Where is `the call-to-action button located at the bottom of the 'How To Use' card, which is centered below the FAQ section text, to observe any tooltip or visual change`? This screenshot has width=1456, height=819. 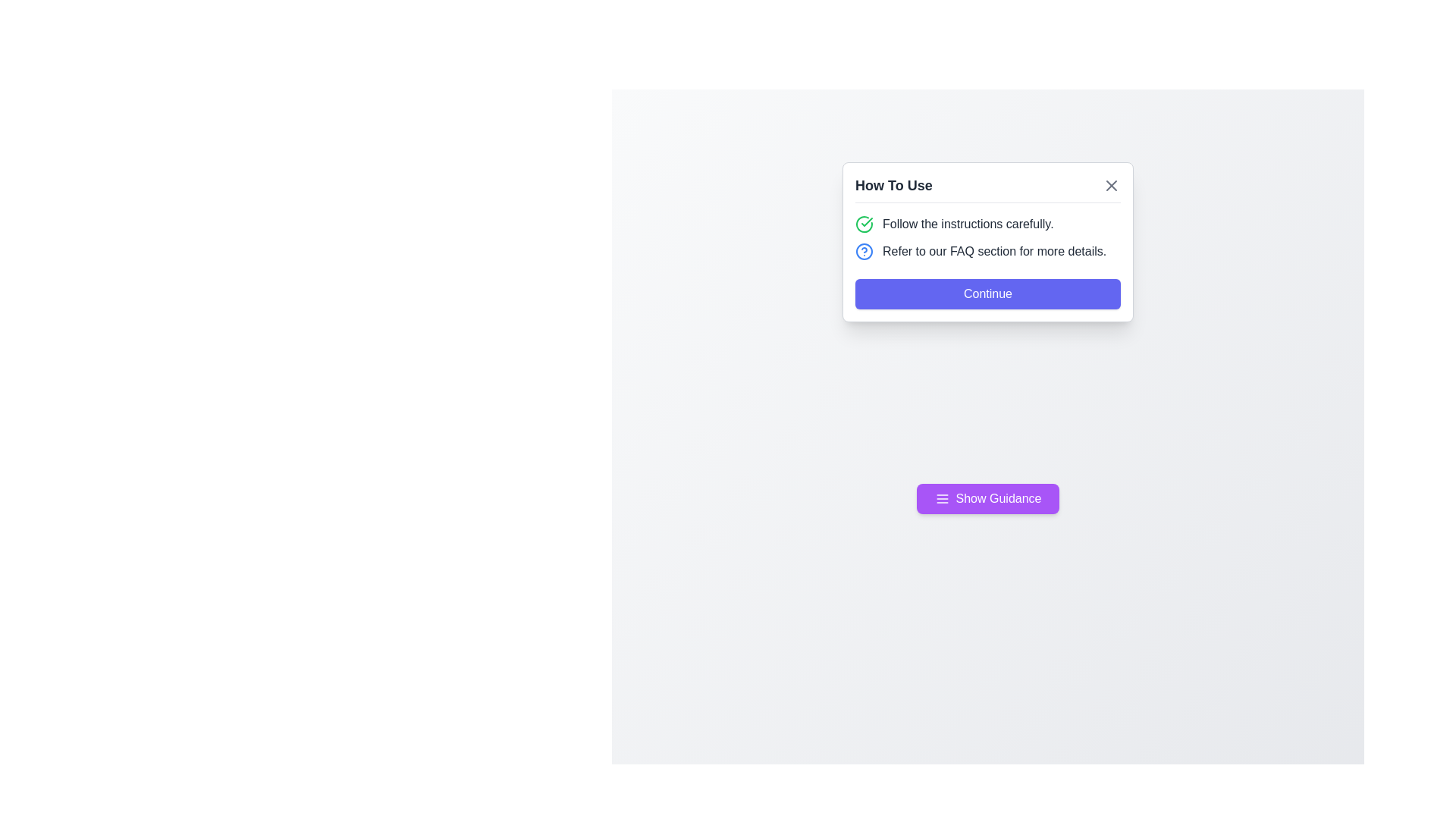
the call-to-action button located at the bottom of the 'How To Use' card, which is centered below the FAQ section text, to observe any tooltip or visual change is located at coordinates (987, 294).